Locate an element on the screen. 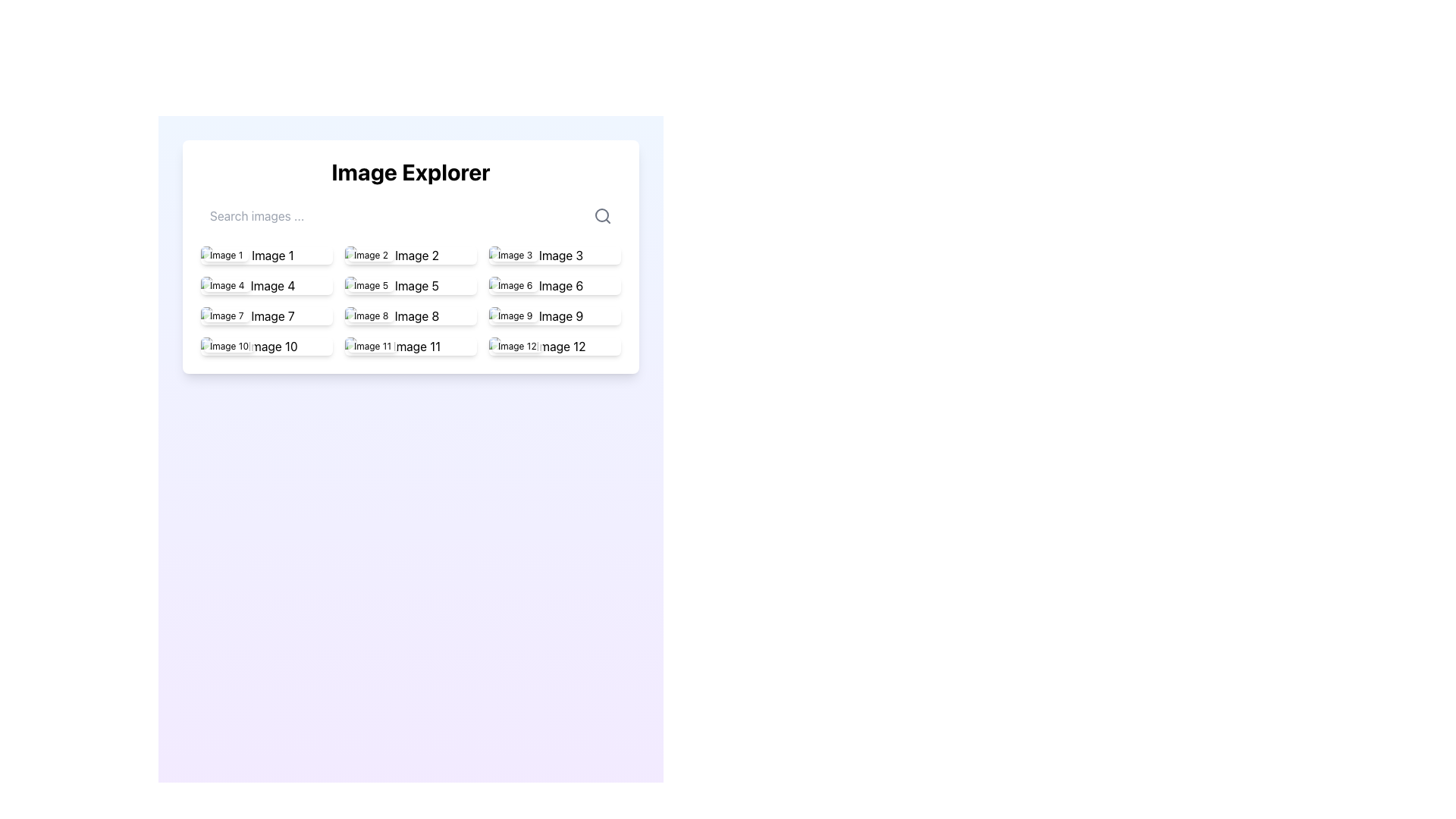  the text label located at the bottom-left corner of the thumbnail for 'Image 3' in the first row, third column of the grid layout is located at coordinates (515, 254).